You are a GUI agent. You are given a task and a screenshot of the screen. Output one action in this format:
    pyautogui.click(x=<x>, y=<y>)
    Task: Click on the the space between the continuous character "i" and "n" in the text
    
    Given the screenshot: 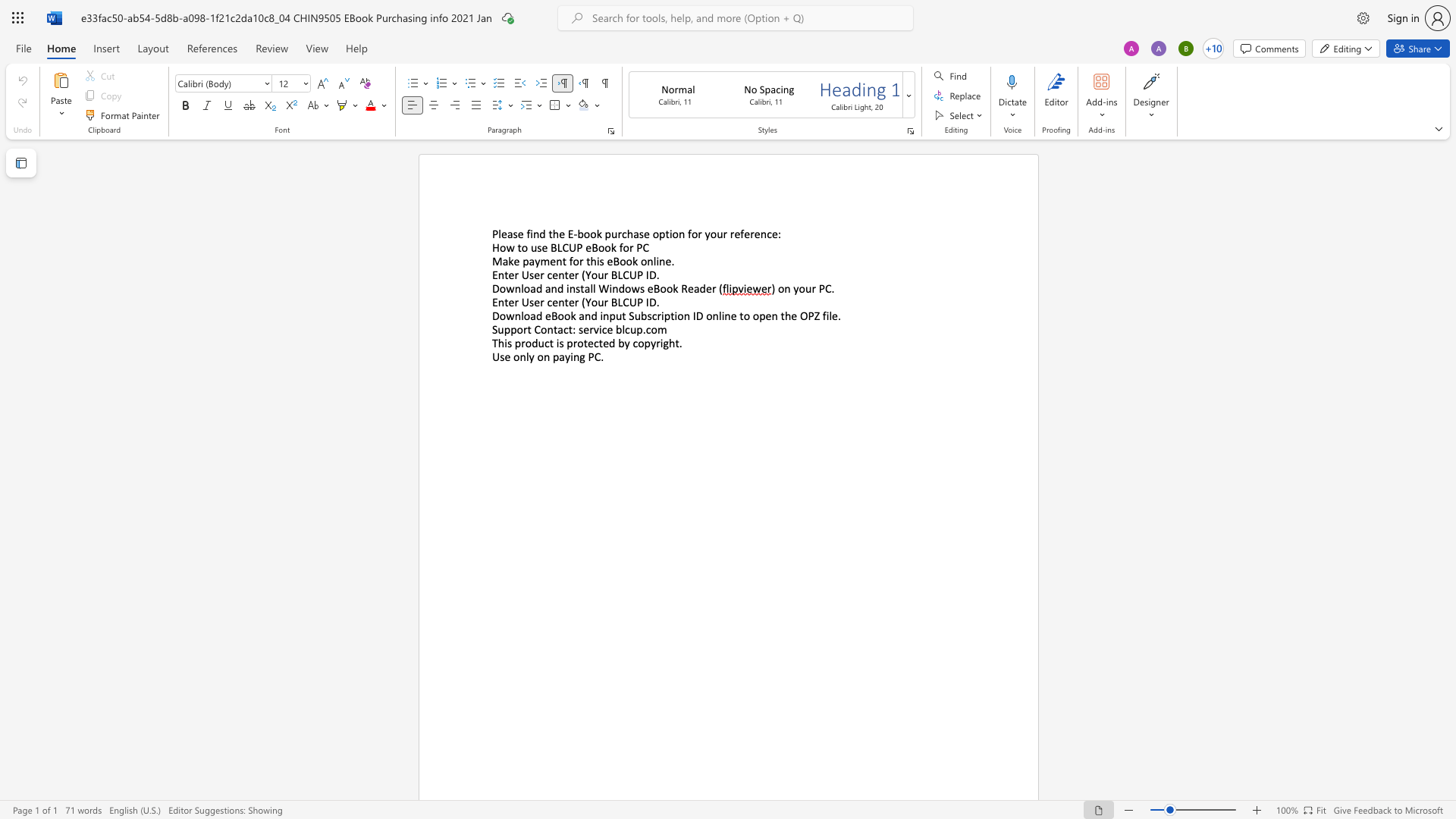 What is the action you would take?
    pyautogui.click(x=573, y=356)
    